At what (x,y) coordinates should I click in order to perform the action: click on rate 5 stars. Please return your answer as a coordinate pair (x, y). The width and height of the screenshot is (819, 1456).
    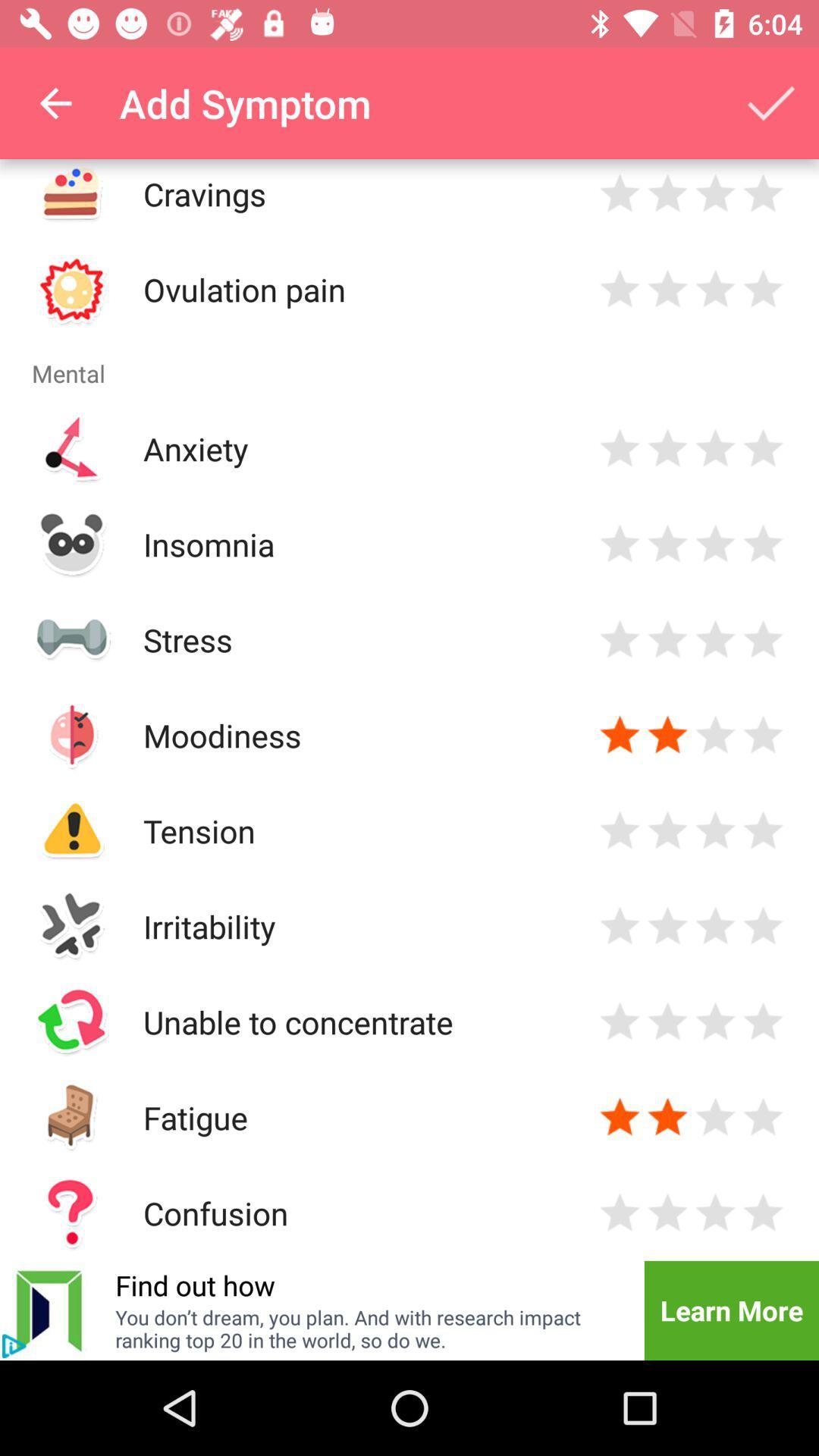
    Looking at the image, I should click on (763, 289).